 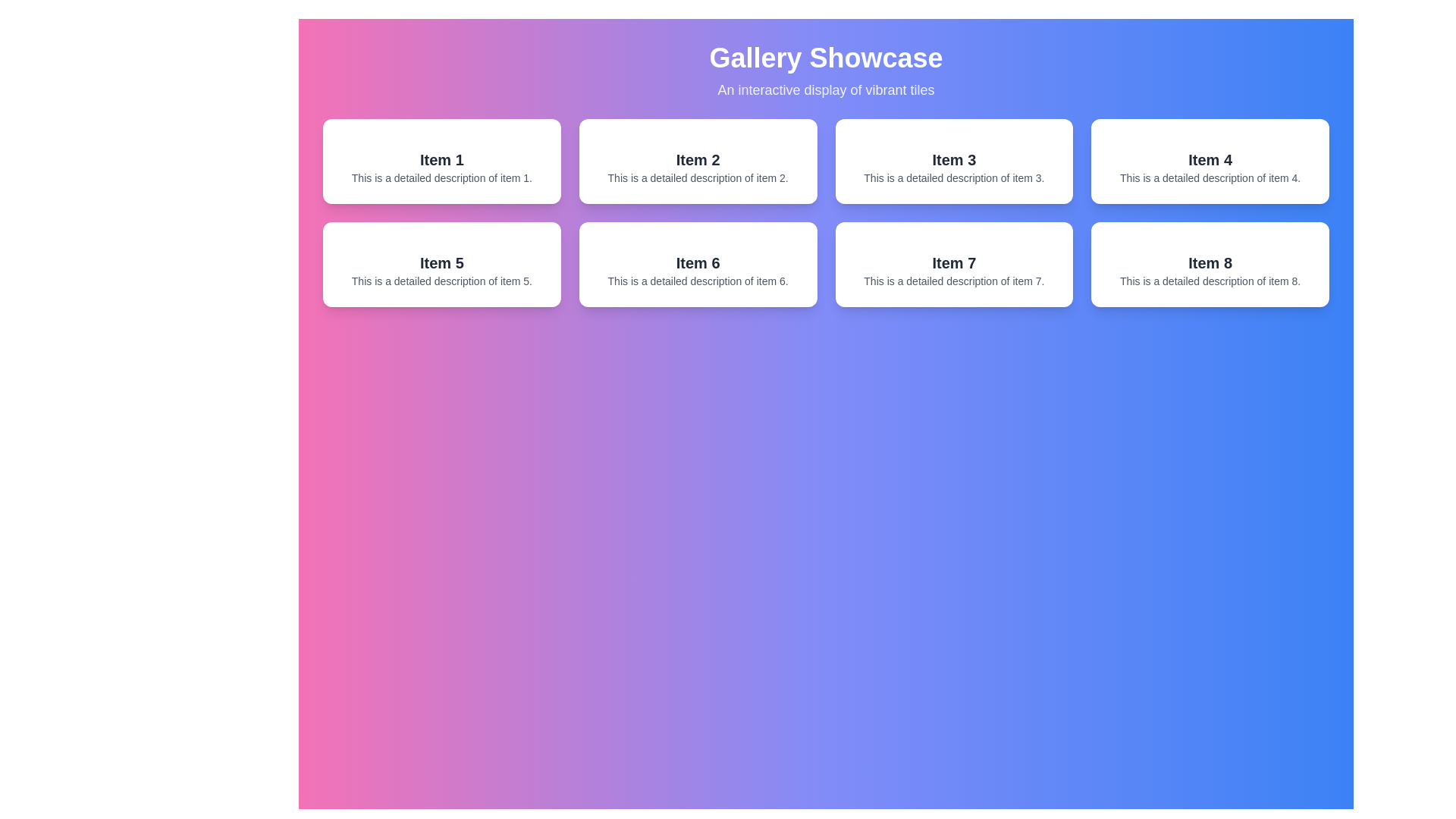 What do you see at coordinates (953, 262) in the screenshot?
I see `the title text element labeled 'Item 7' which is located in the third row and second column of the card layout, serving as a concise identifier for the card's content` at bounding box center [953, 262].